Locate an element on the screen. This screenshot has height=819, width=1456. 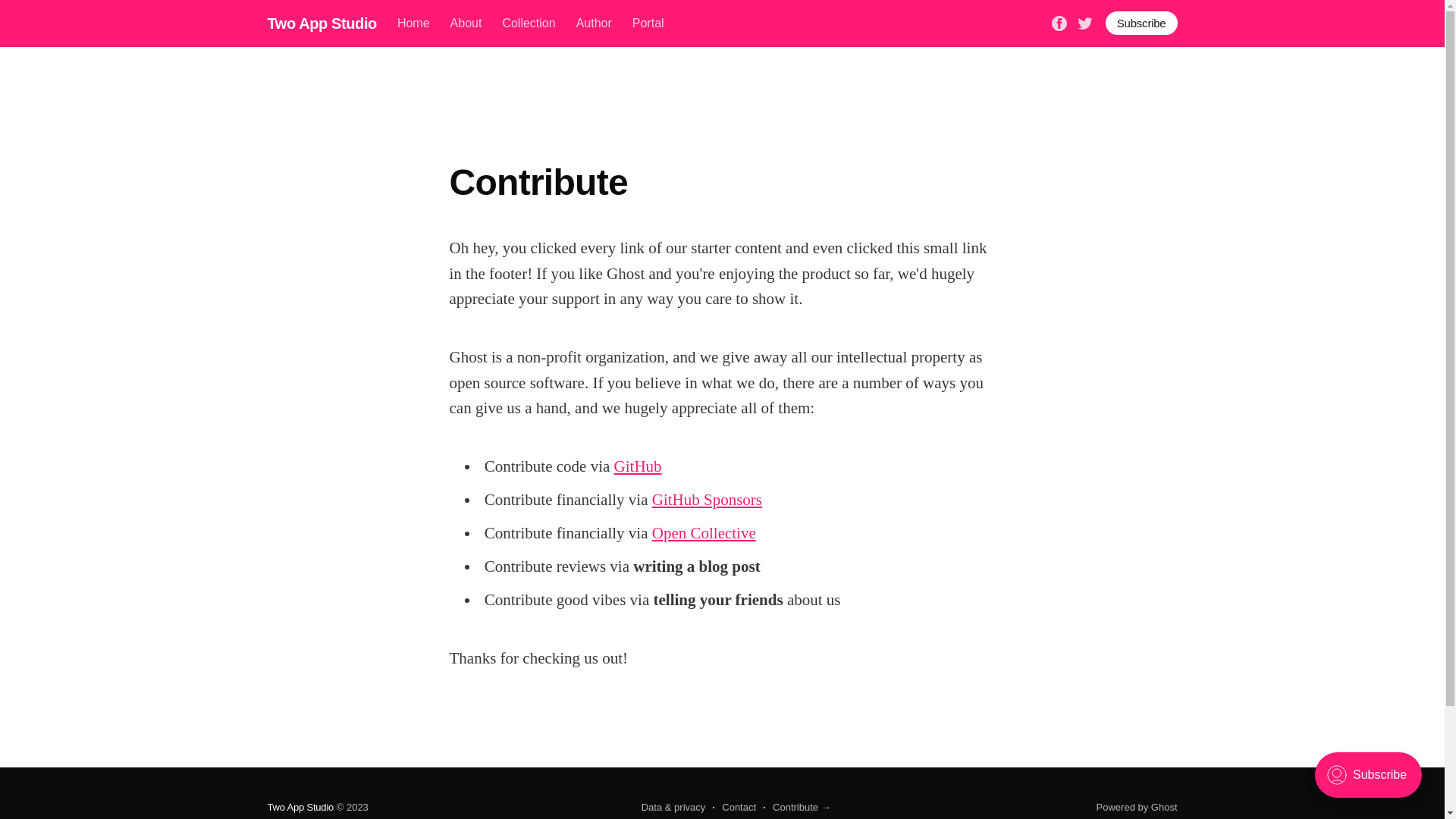
'Facebook' is located at coordinates (1058, 22).